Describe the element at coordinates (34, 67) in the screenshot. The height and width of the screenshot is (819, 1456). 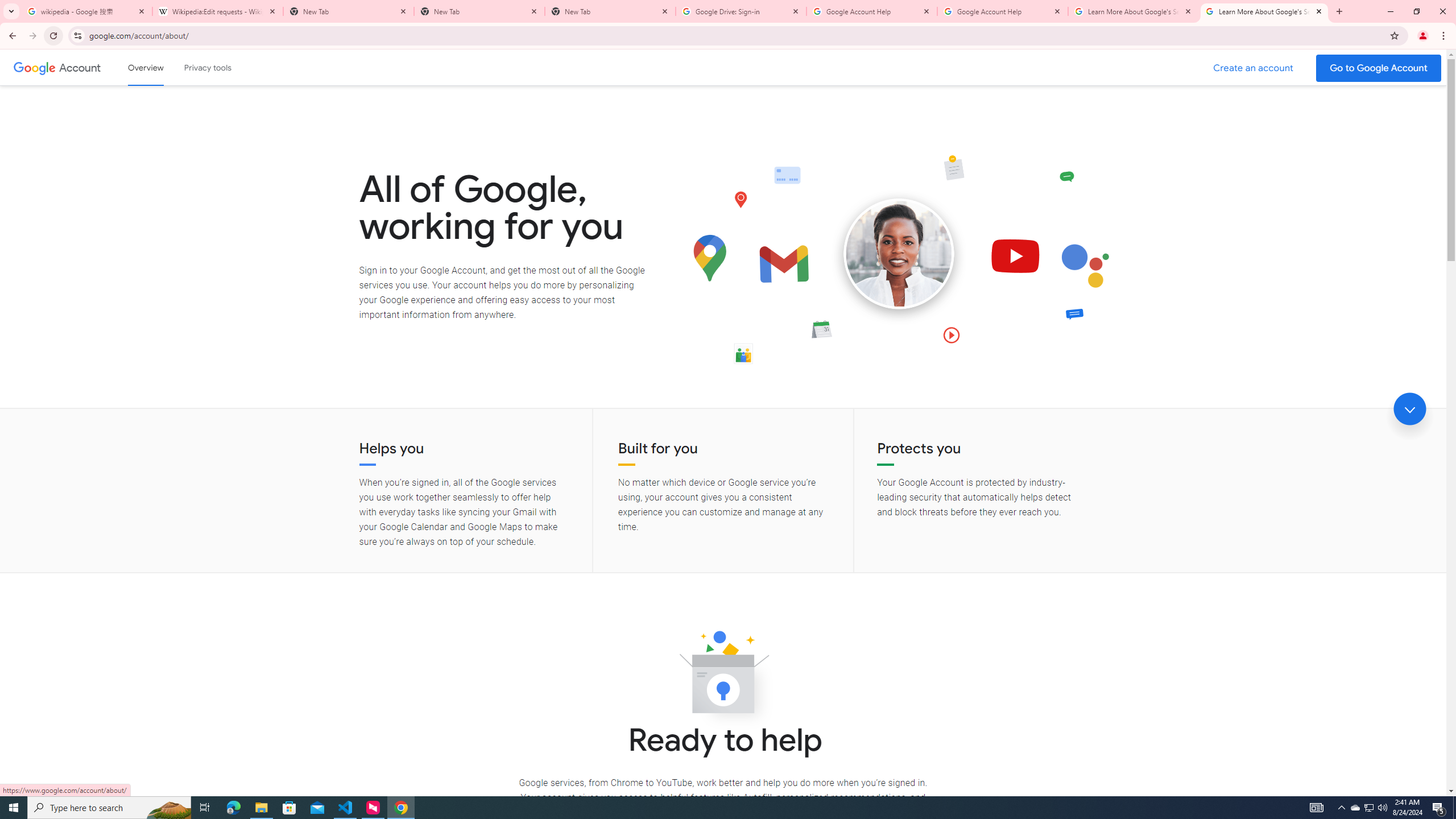
I see `'Google logo'` at that location.